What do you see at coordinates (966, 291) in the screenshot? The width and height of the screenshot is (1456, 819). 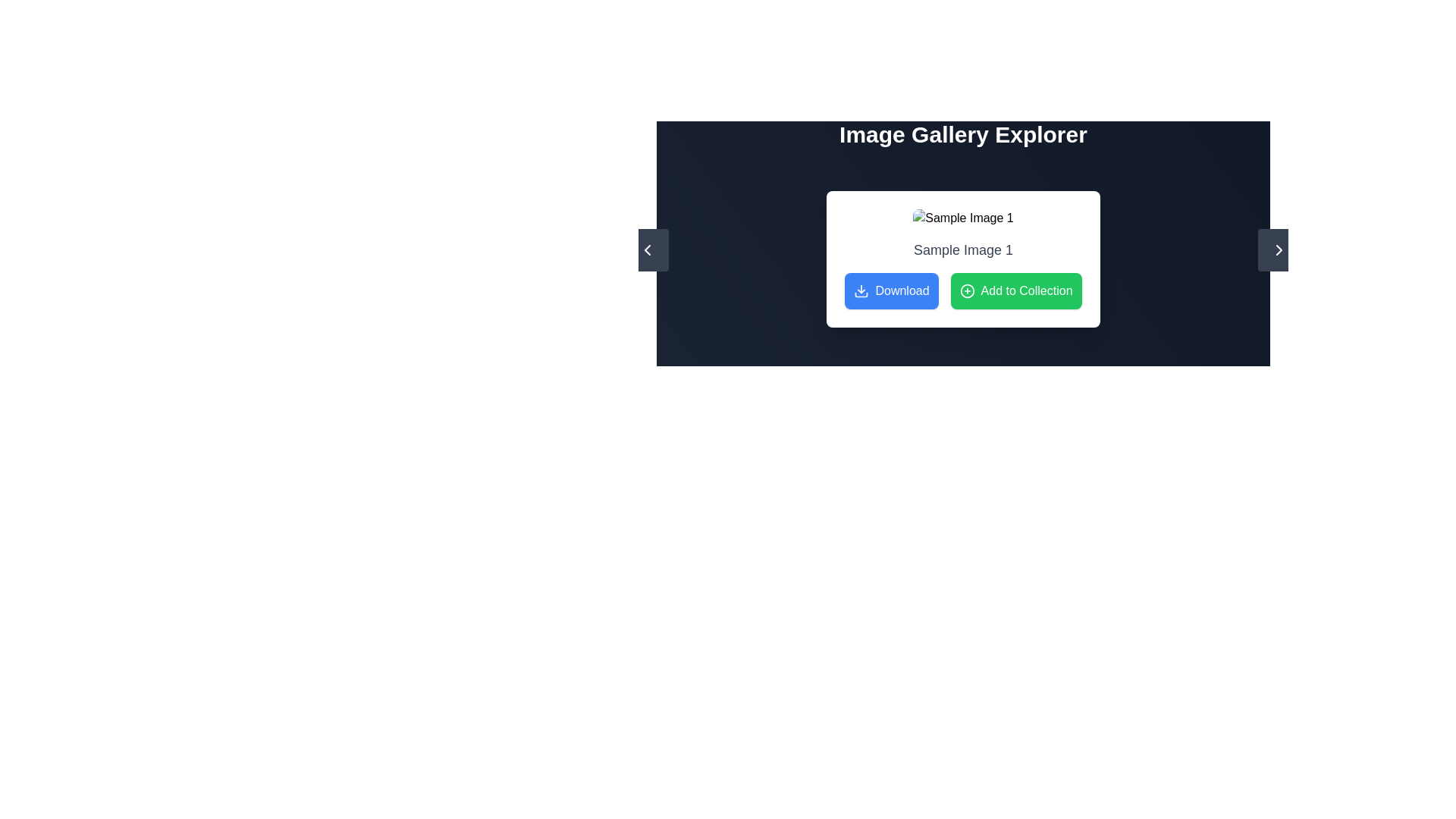 I see `the circular decorative SVG element within the 'Add to Collection' button group located at the bottom-center of the interface` at bounding box center [966, 291].